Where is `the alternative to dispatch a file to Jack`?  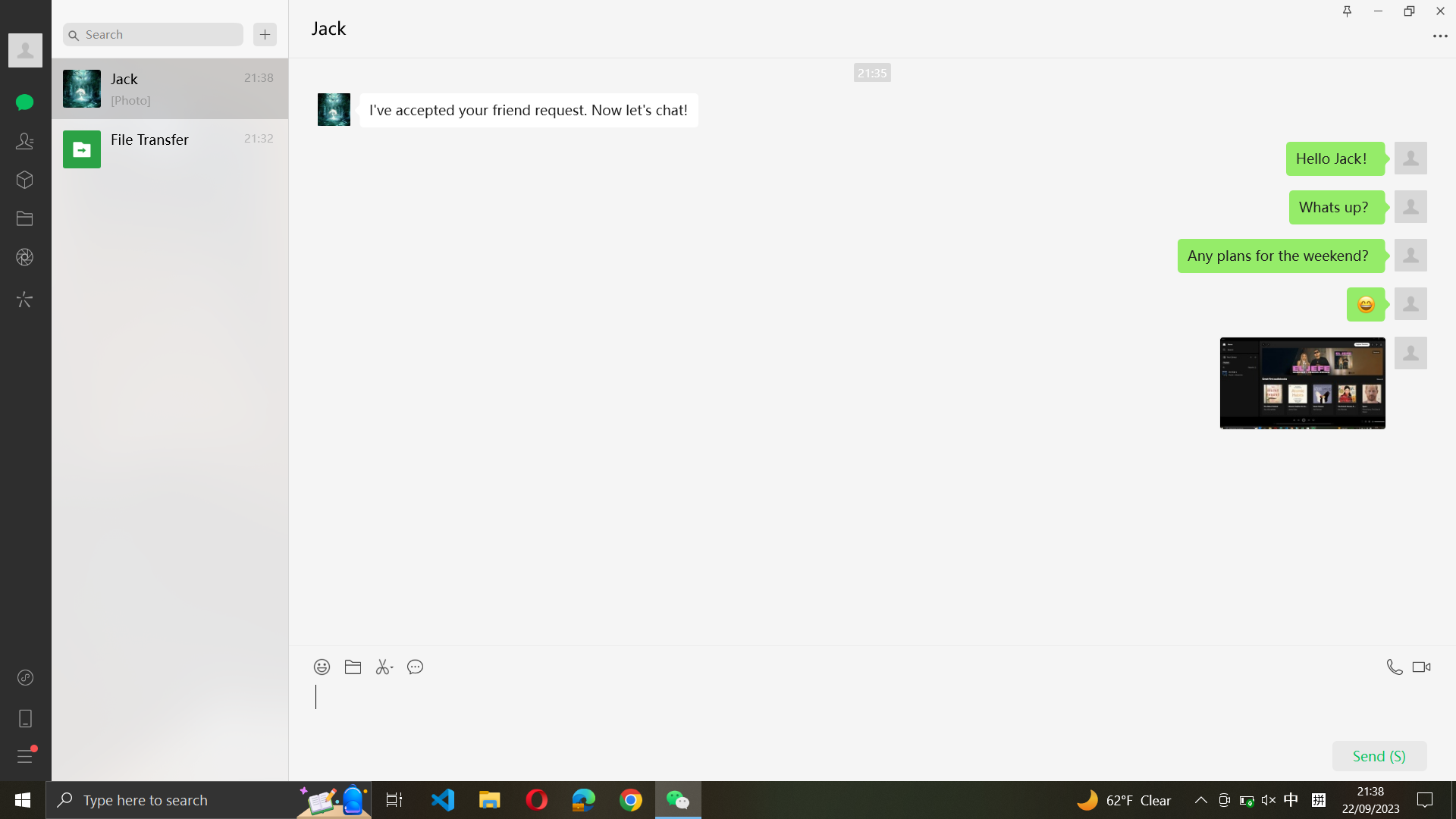
the alternative to dispatch a file to Jack is located at coordinates (353, 663).